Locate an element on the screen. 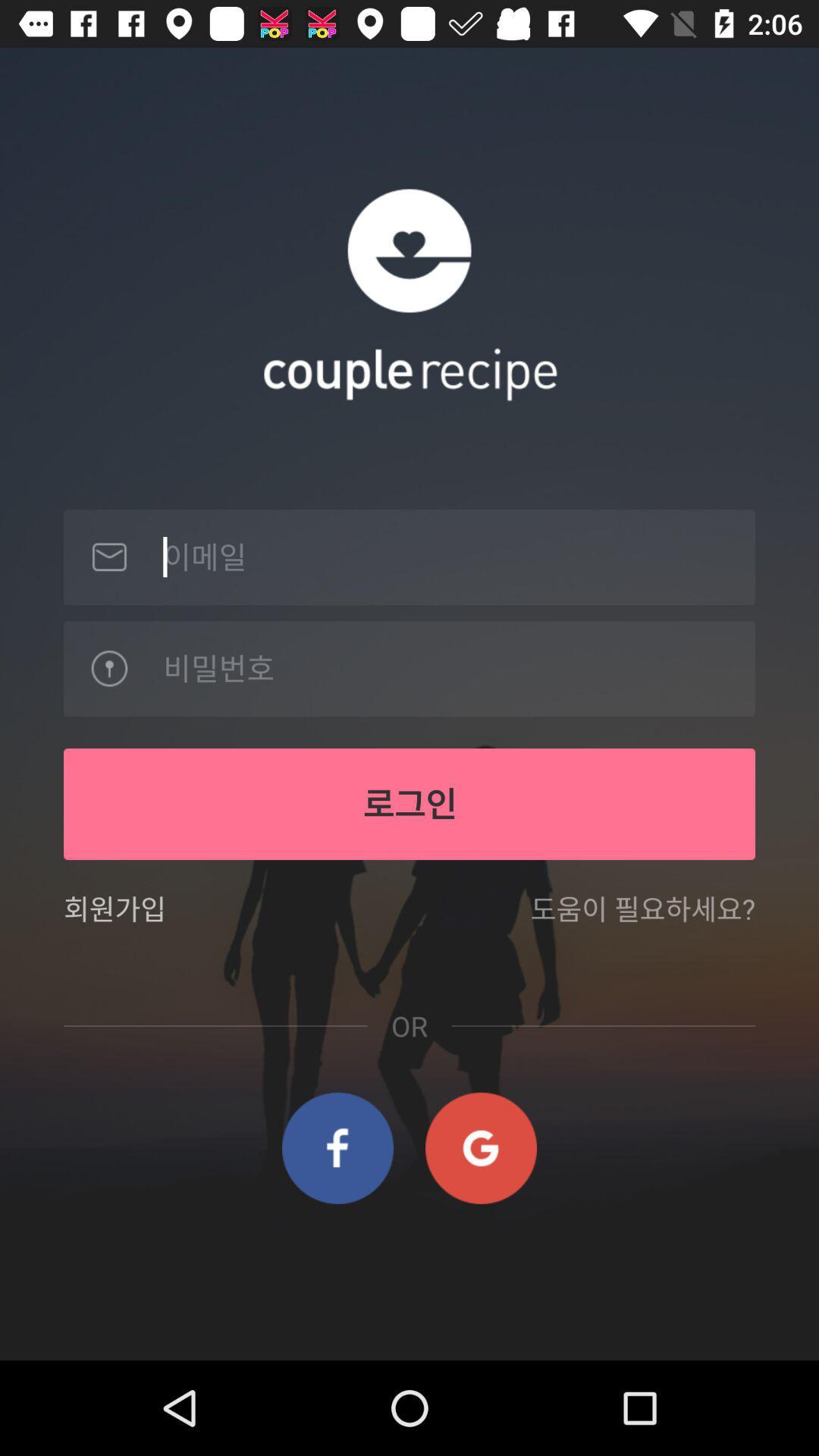 The image size is (819, 1456). item on the right is located at coordinates (642, 918).